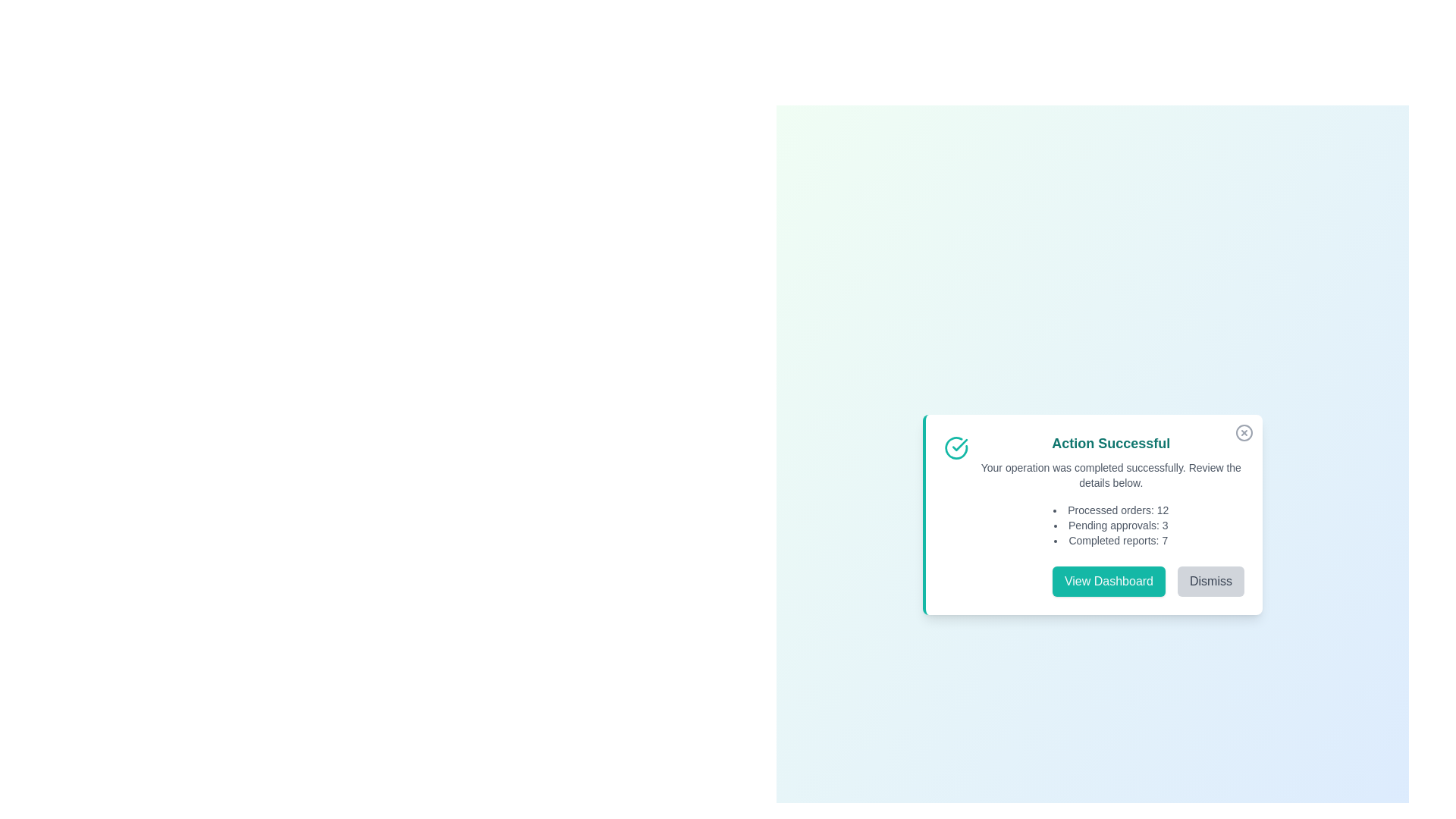 This screenshot has height=819, width=1456. Describe the element at coordinates (1210, 581) in the screenshot. I see `the 'Dismiss' button to hide the notification` at that location.